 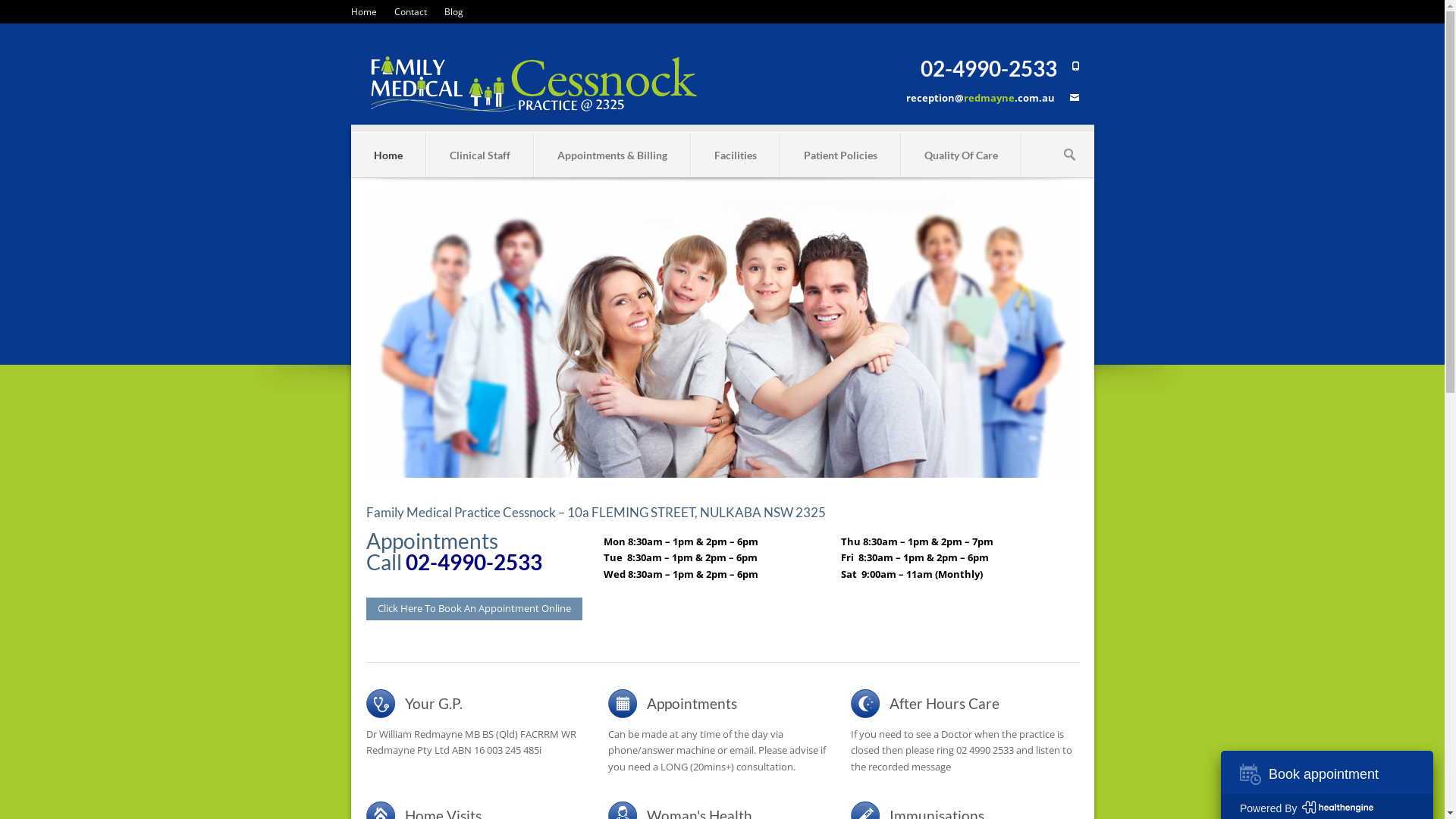 I want to click on 'Clinical Staff', so click(x=479, y=155).